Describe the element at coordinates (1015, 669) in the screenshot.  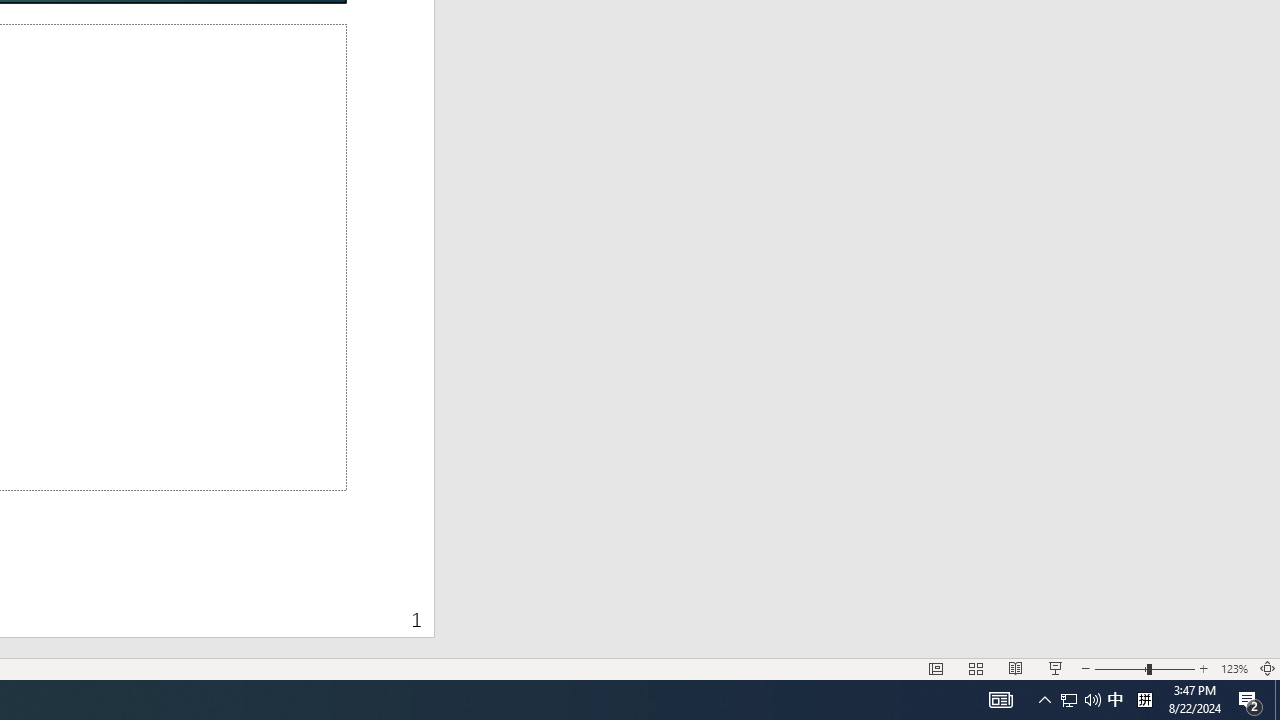
I see `'Reading View'` at that location.